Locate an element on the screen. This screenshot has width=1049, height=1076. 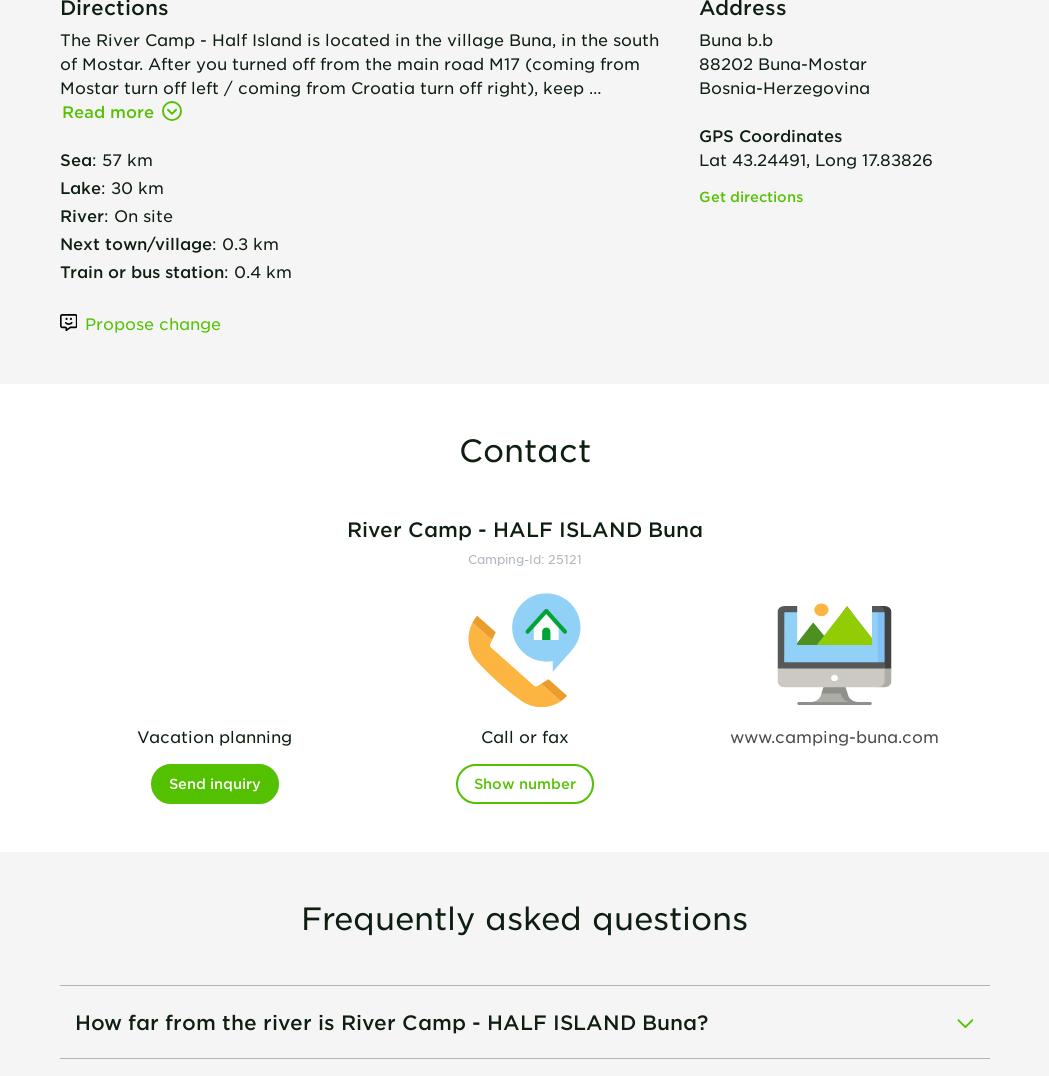
'0.4 km' is located at coordinates (232, 269).